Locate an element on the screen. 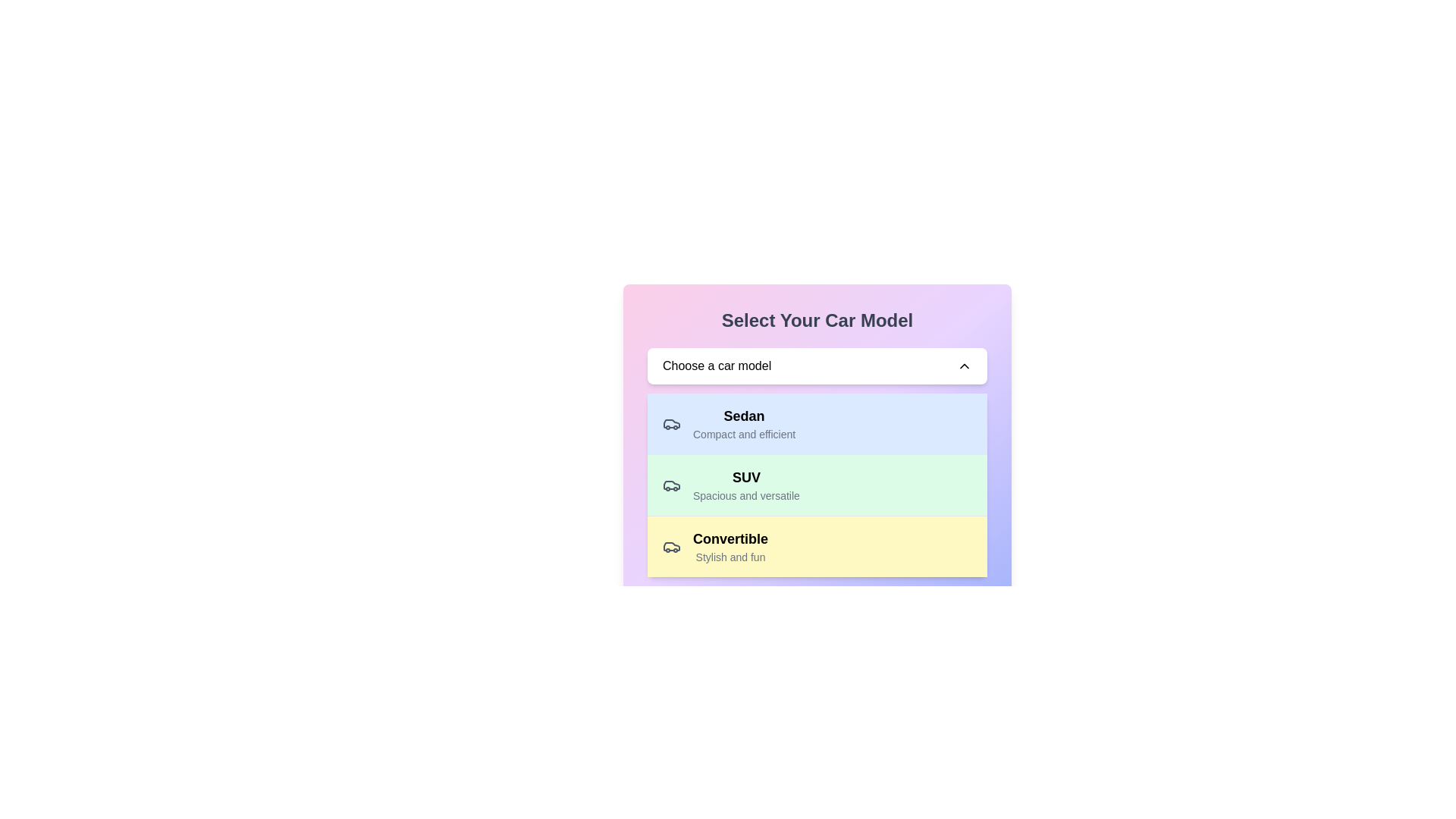  the 'SUV' label that features a car icon and descriptive text, styled with bold and smaller fonts, located under the 'Select Your Car Model' heading is located at coordinates (731, 485).